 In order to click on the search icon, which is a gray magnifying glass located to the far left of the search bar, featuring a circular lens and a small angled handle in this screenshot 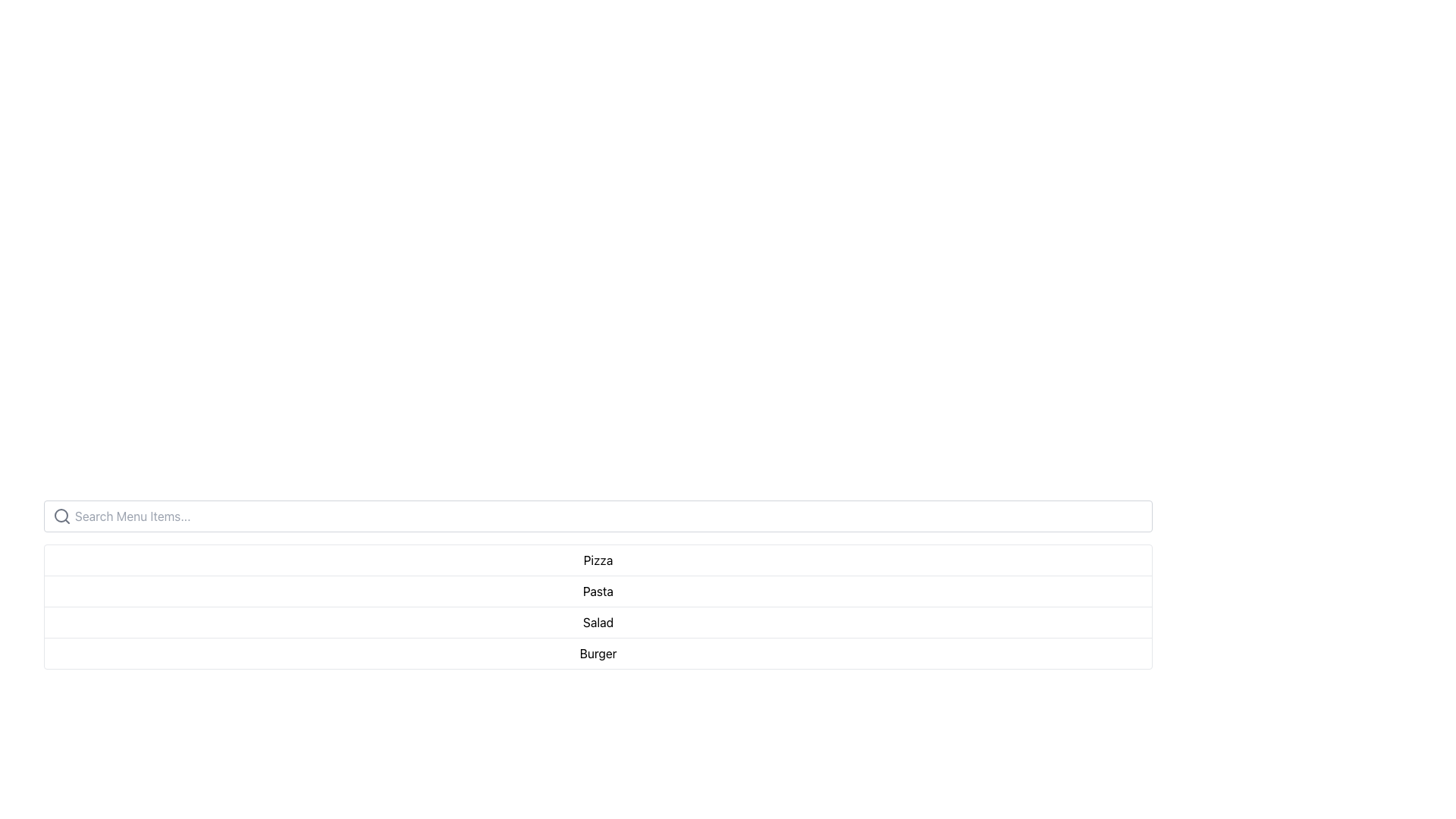, I will do `click(61, 516)`.